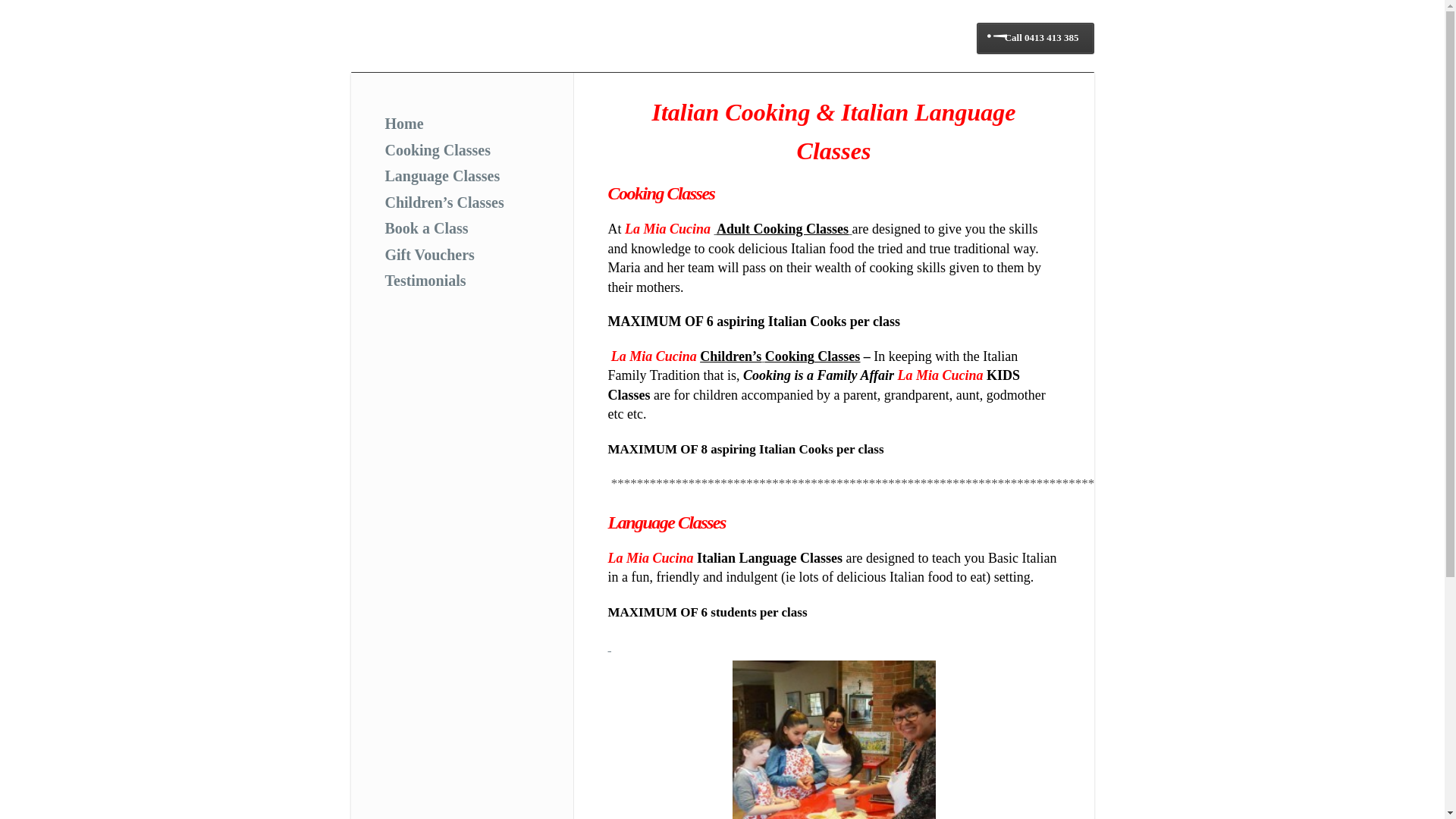 This screenshot has width=1456, height=819. Describe the element at coordinates (437, 149) in the screenshot. I see `'Cooking Classes'` at that location.